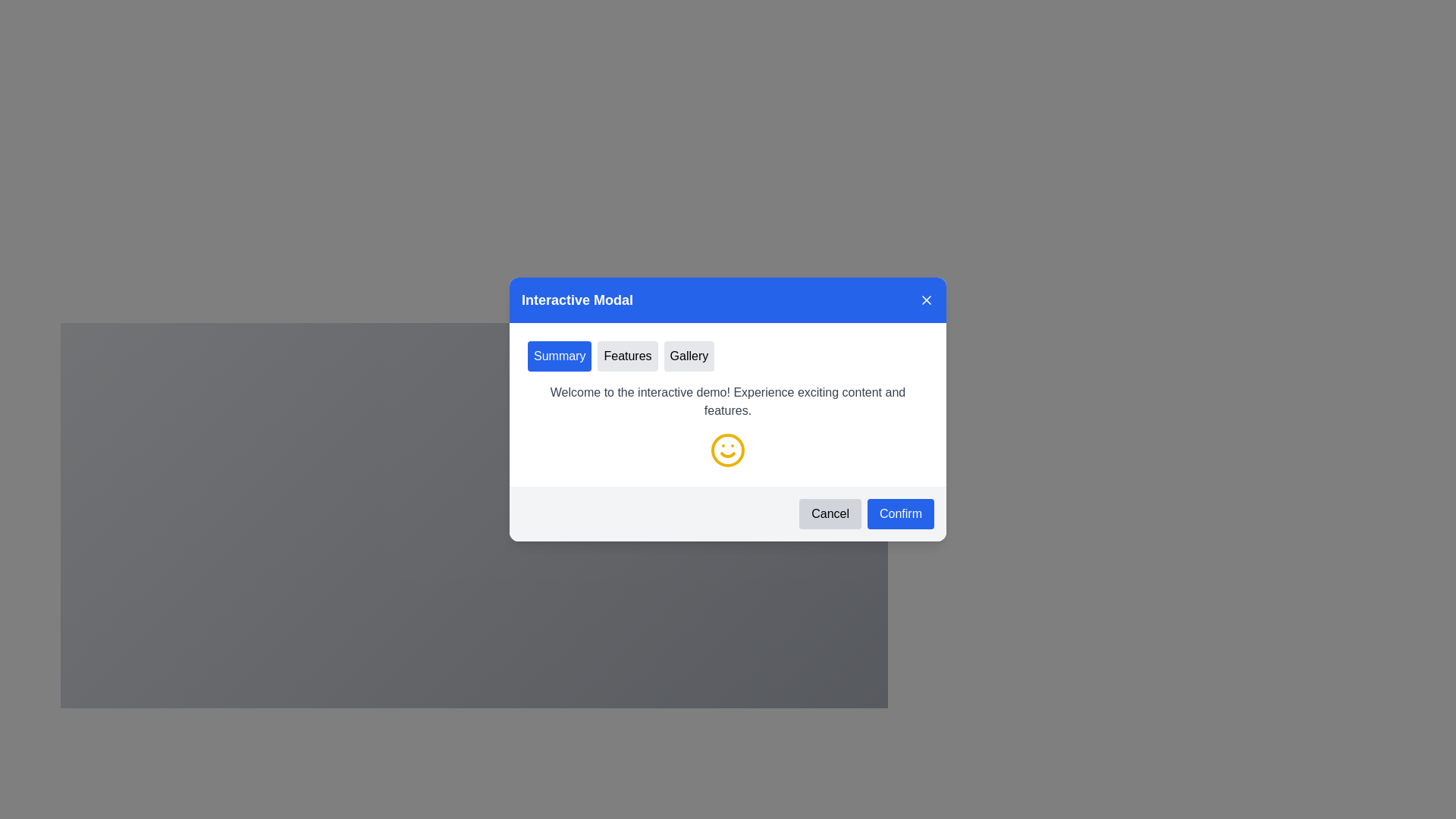 This screenshot has width=1456, height=819. Describe the element at coordinates (559, 356) in the screenshot. I see `the 'Summary' button, which is a rectangular button with a blue background and white text, located at the top-center of the modal window` at that location.